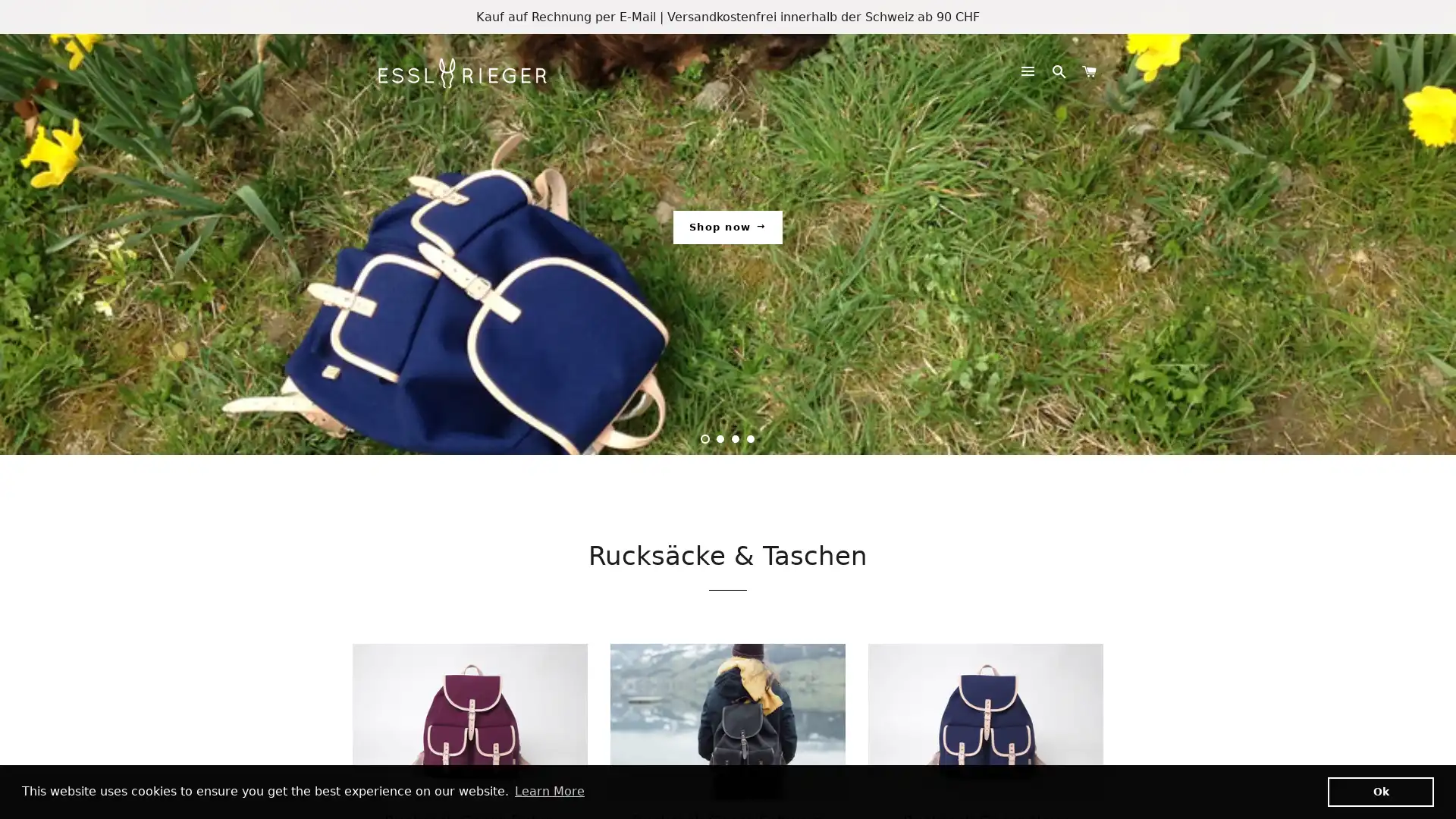 Image resolution: width=1456 pixels, height=819 pixels. Describe the element at coordinates (720, 801) in the screenshot. I see `2` at that location.